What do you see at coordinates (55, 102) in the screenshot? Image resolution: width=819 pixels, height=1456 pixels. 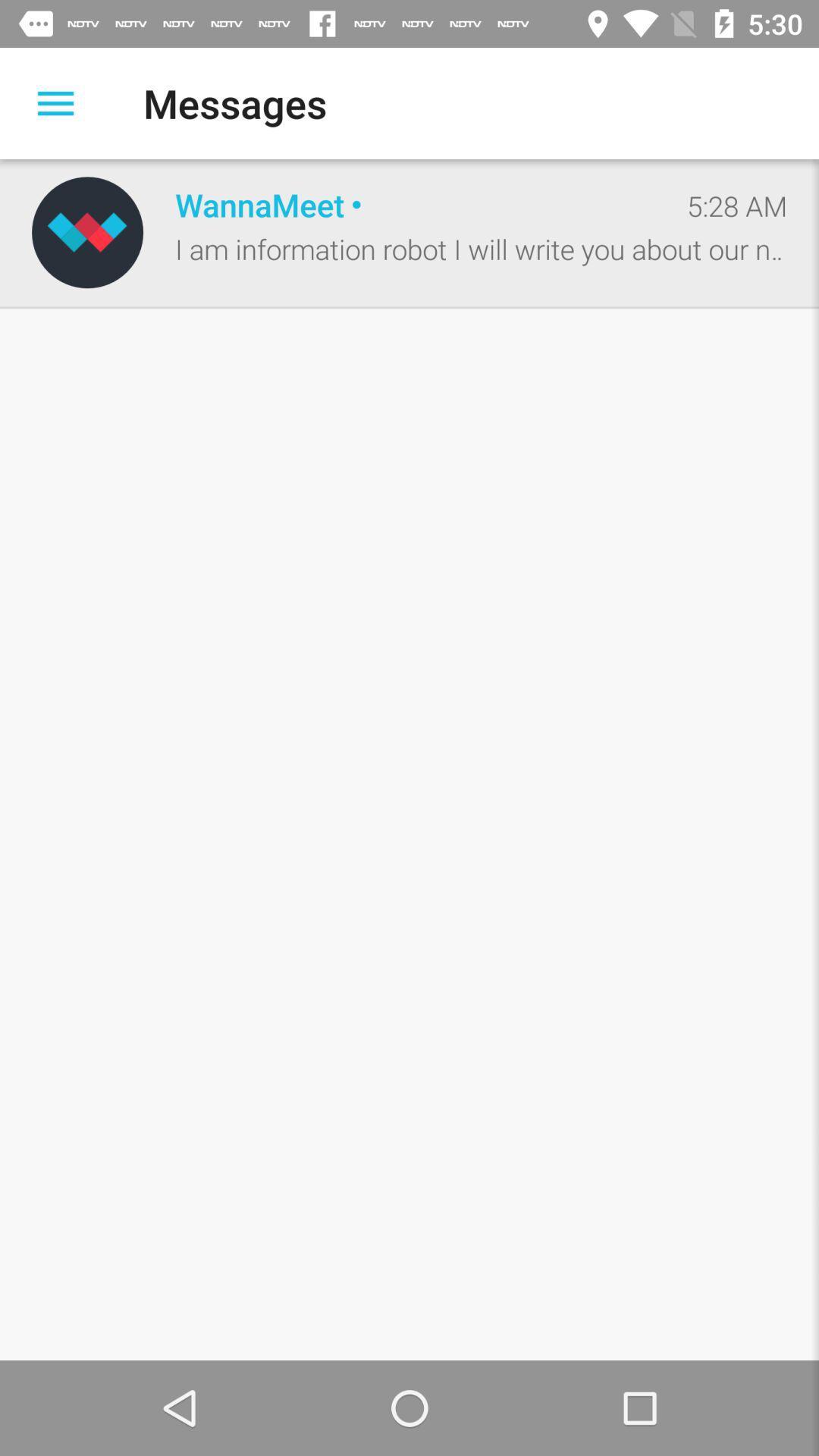 I see `options` at bounding box center [55, 102].